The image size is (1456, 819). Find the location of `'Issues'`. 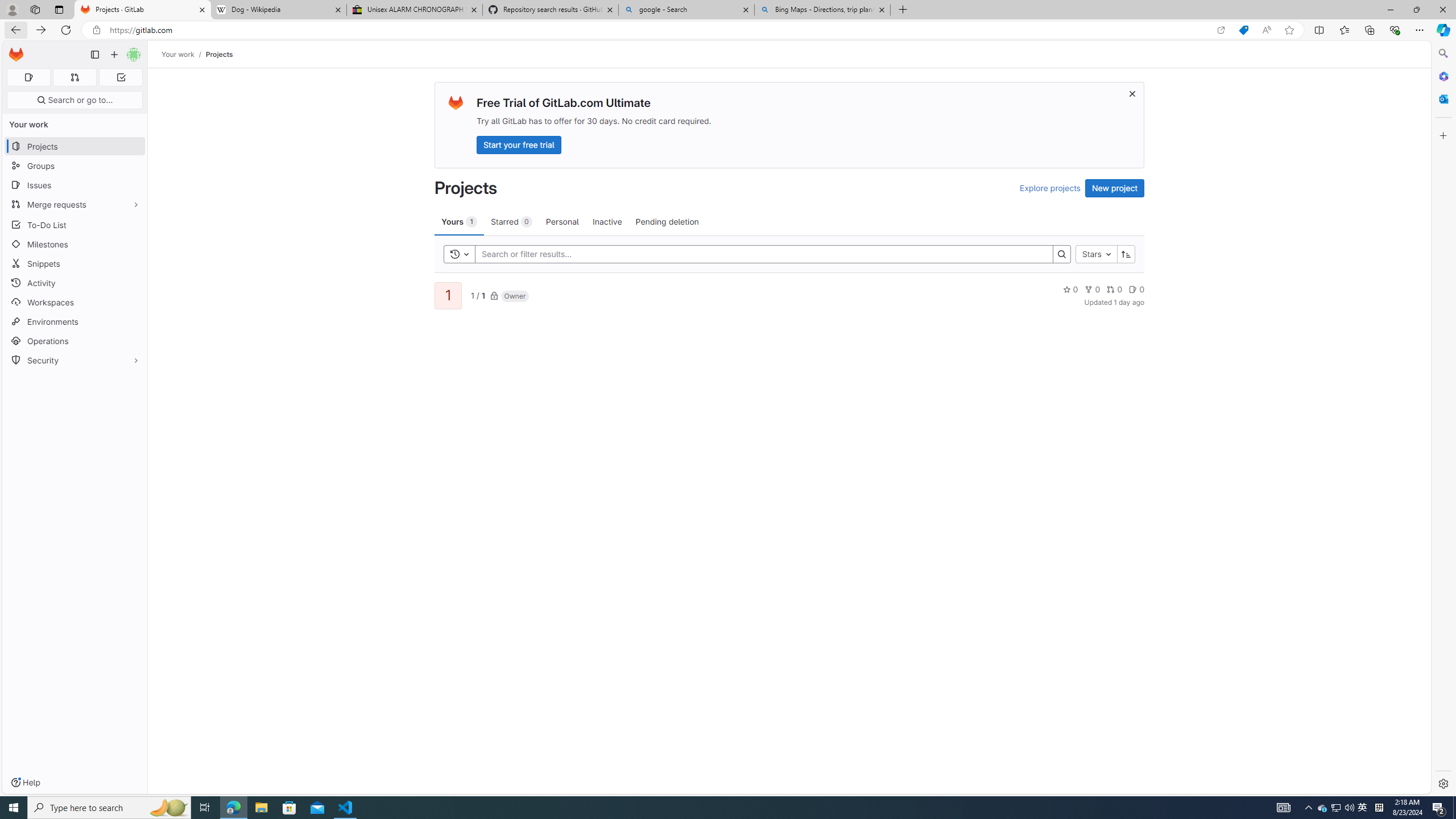

'Issues' is located at coordinates (74, 185).